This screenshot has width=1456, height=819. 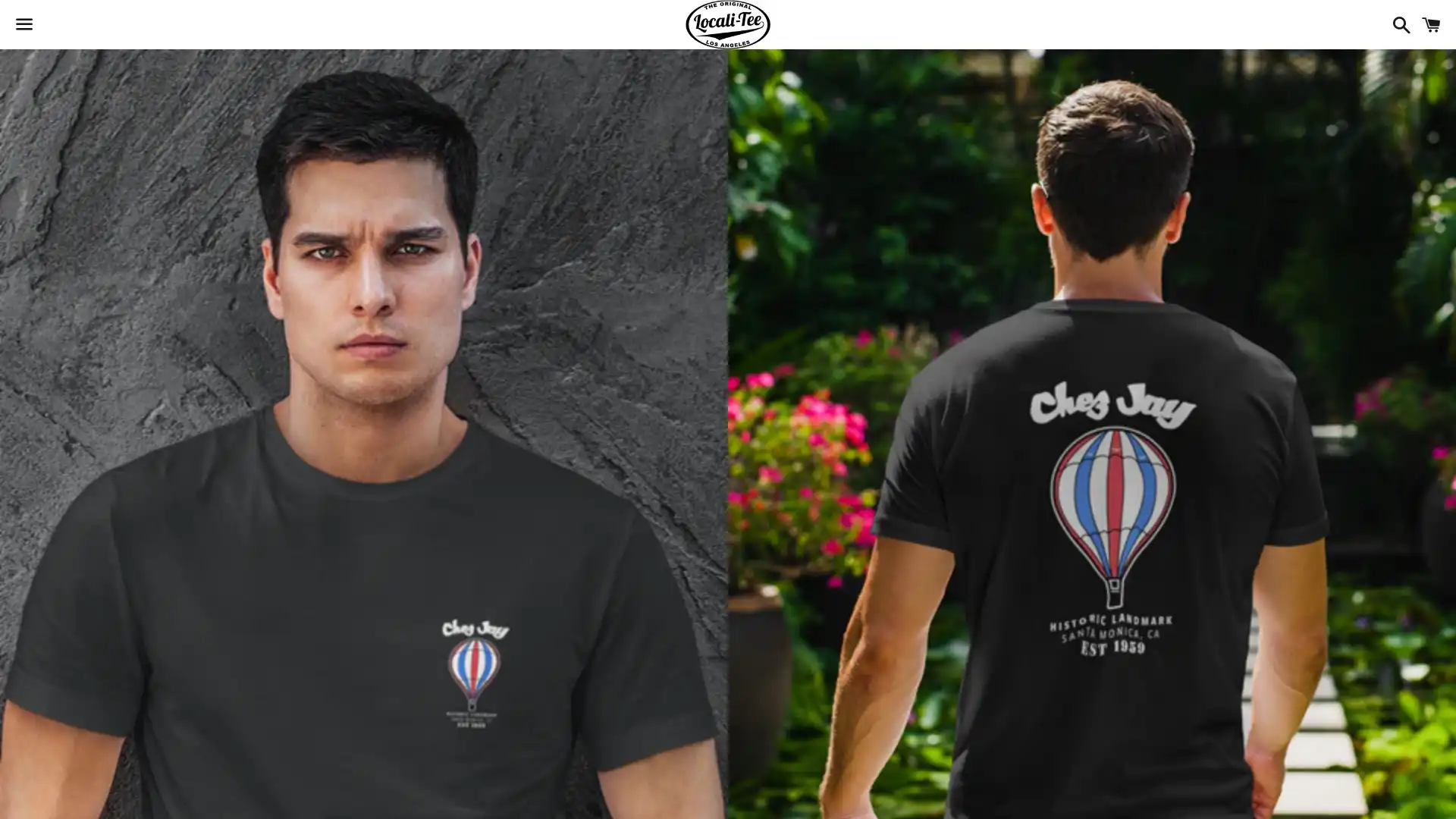 I want to click on Menu, so click(x=24, y=24).